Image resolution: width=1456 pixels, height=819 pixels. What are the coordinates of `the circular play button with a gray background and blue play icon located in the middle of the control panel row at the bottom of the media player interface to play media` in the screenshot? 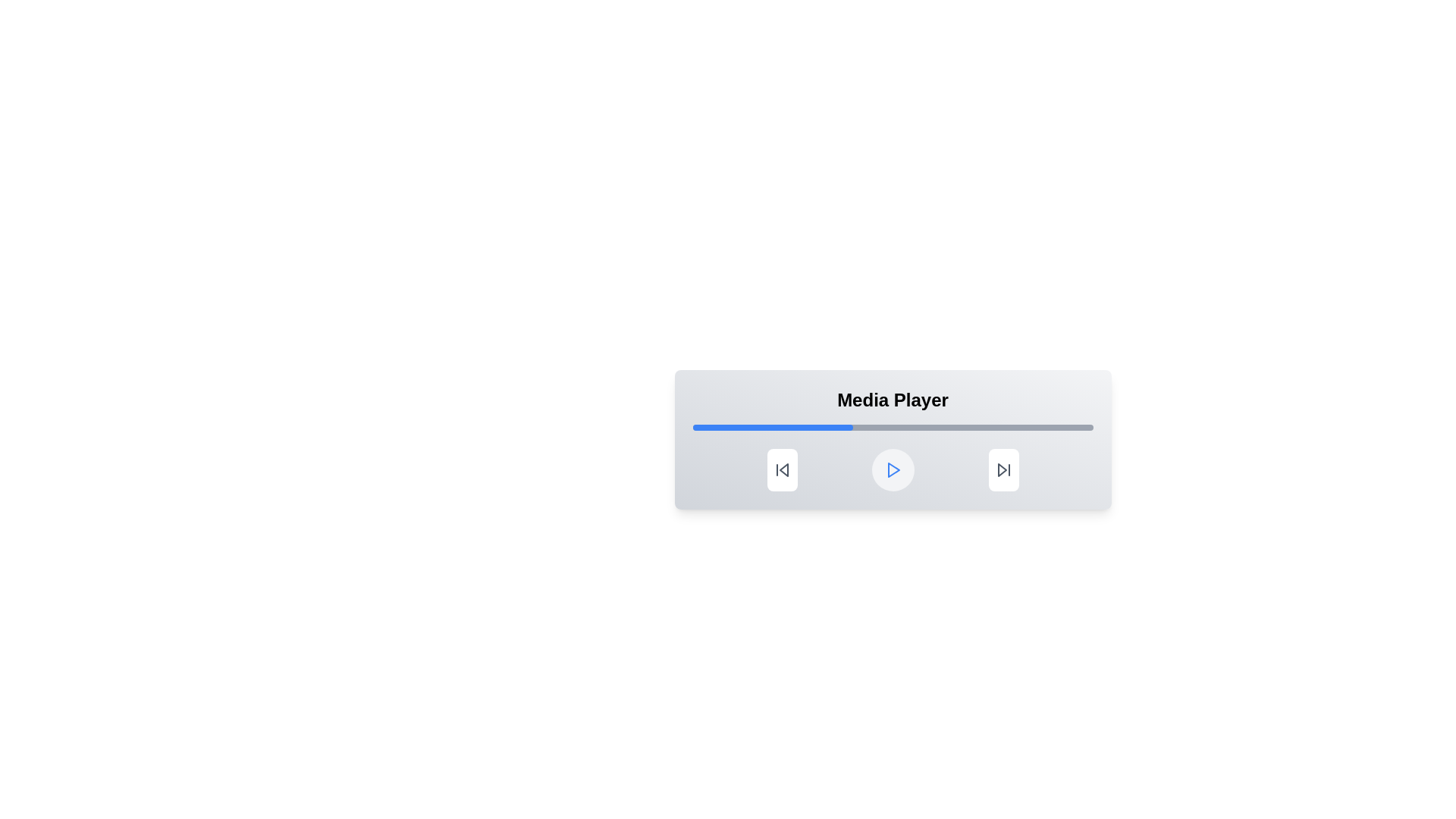 It's located at (893, 469).